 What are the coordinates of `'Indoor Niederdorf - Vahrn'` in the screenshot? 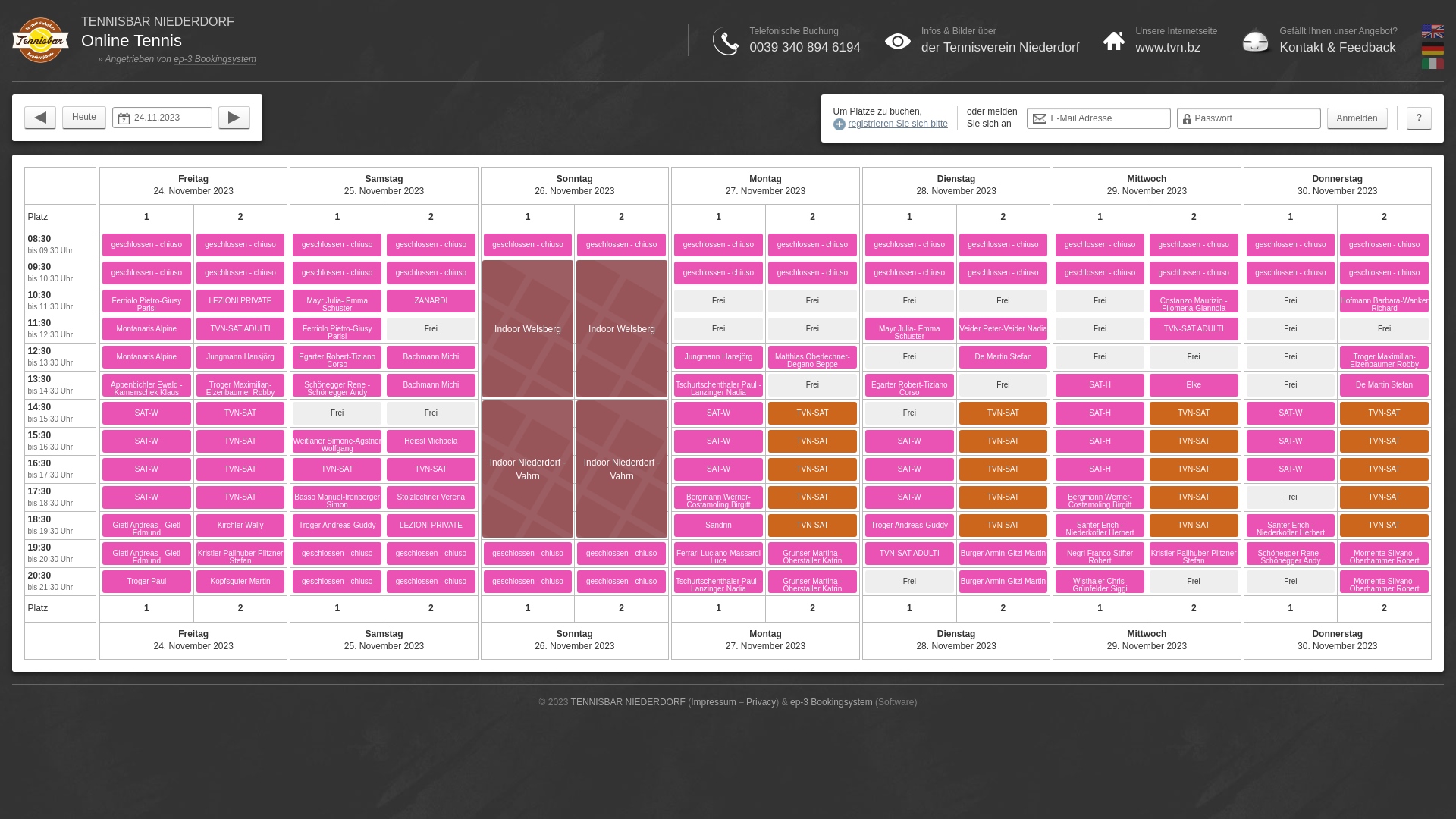 It's located at (528, 468).